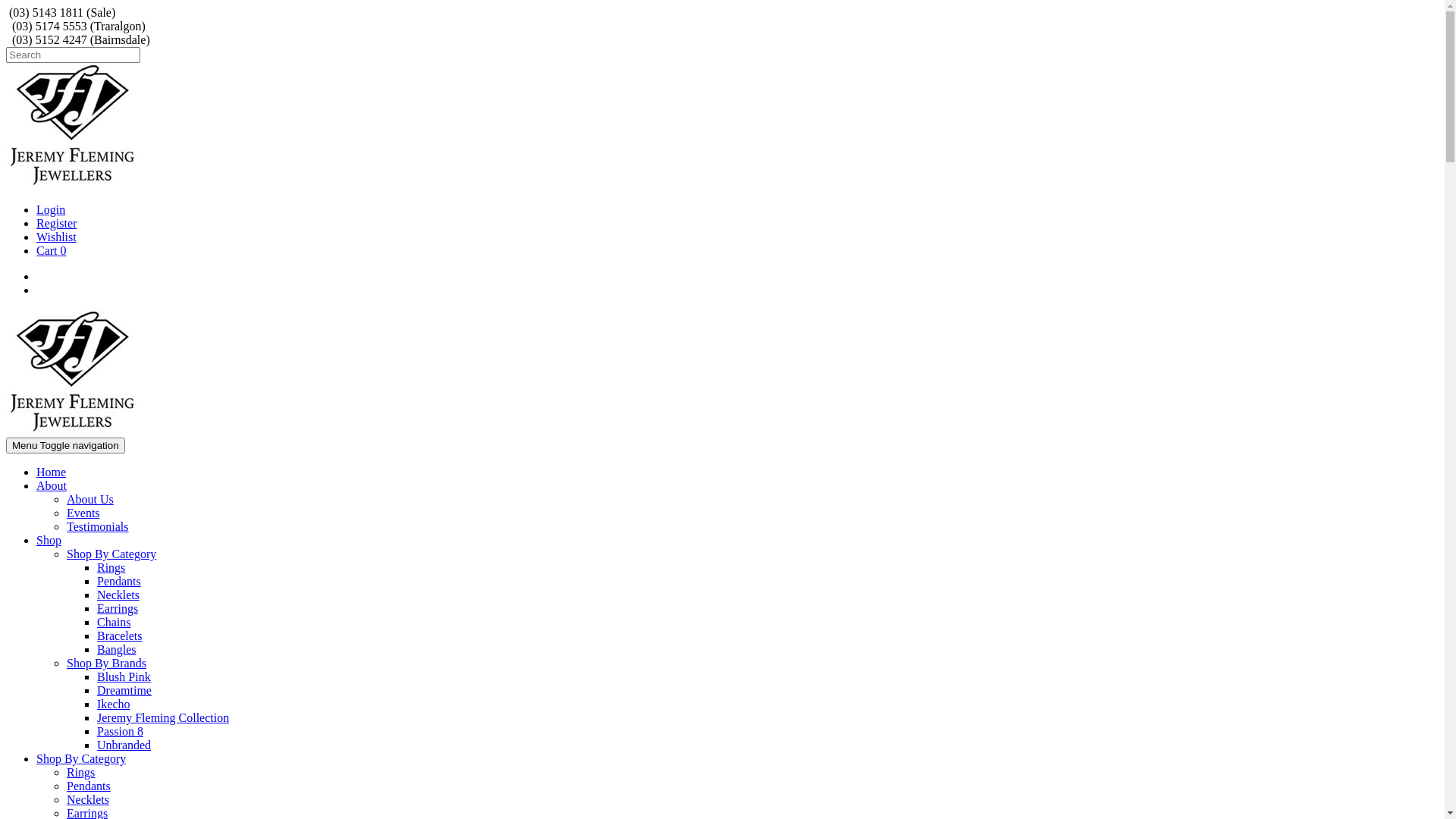 The height and width of the screenshot is (819, 1456). I want to click on 'Unbranded', so click(124, 744).